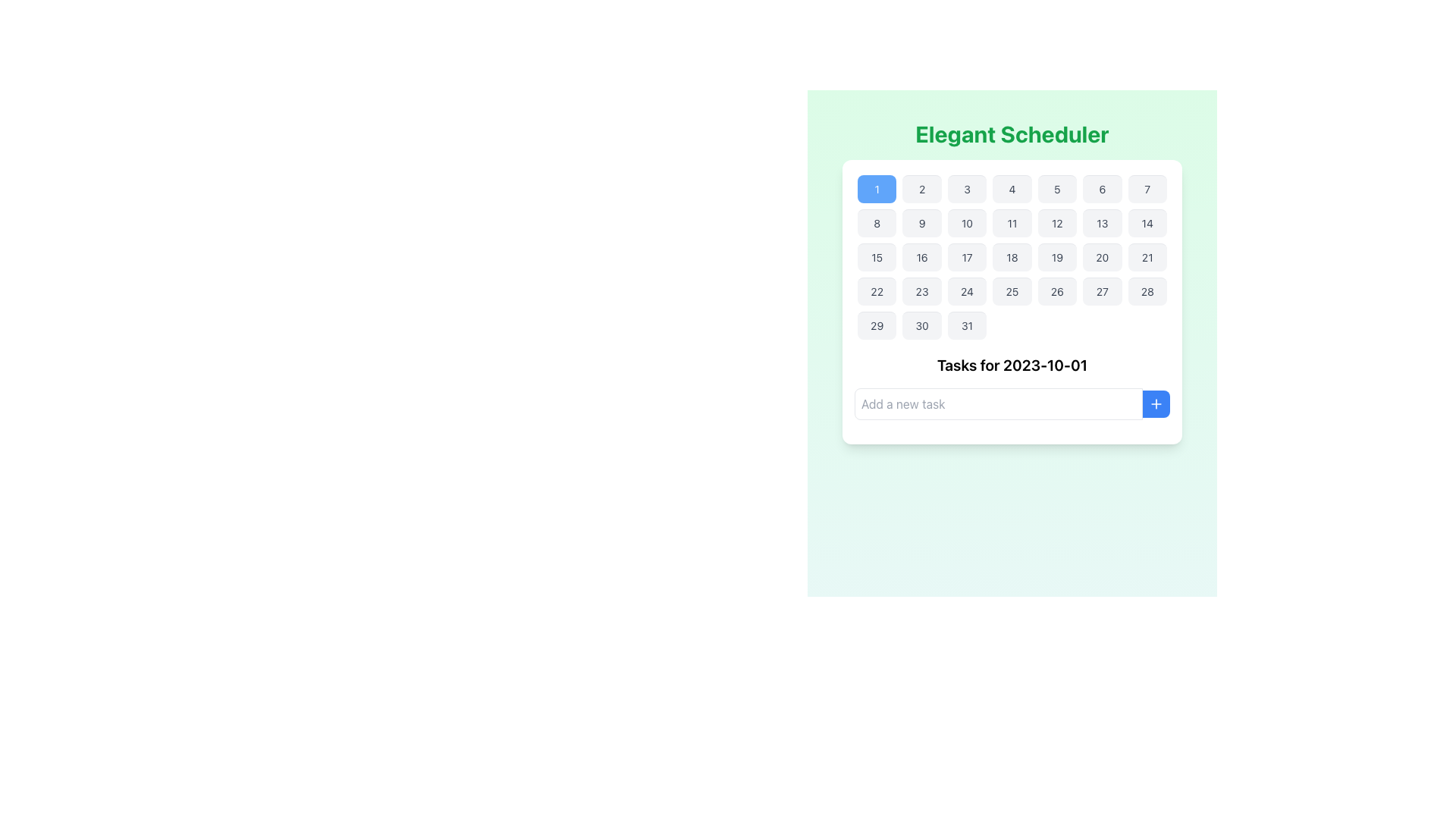  I want to click on the button labeled '30' in the calendar date selector grid, so click(921, 325).